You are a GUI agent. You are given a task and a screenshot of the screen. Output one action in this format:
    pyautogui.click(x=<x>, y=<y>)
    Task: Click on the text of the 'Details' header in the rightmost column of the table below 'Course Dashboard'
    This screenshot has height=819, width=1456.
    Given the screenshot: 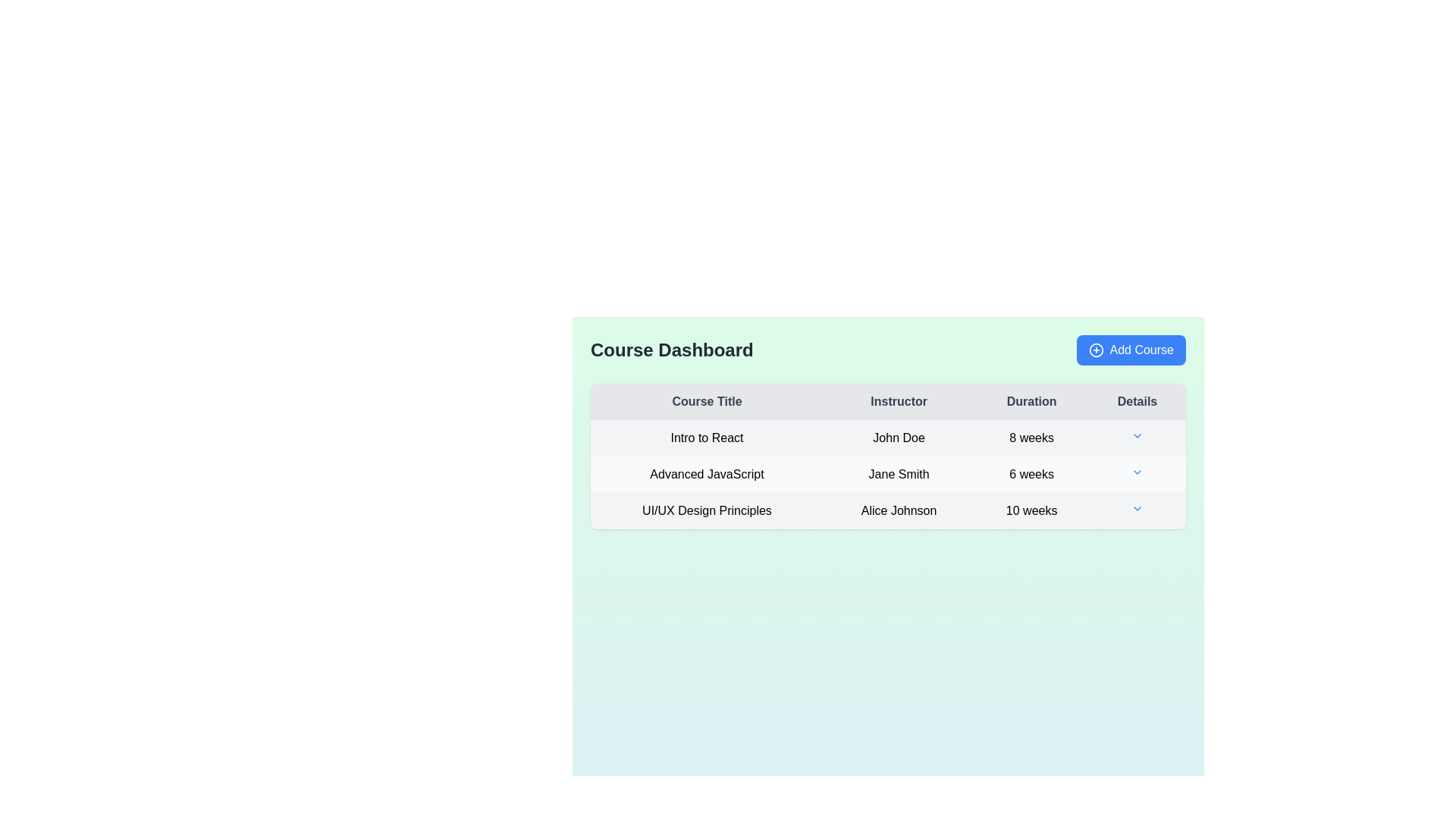 What is the action you would take?
    pyautogui.click(x=1137, y=400)
    